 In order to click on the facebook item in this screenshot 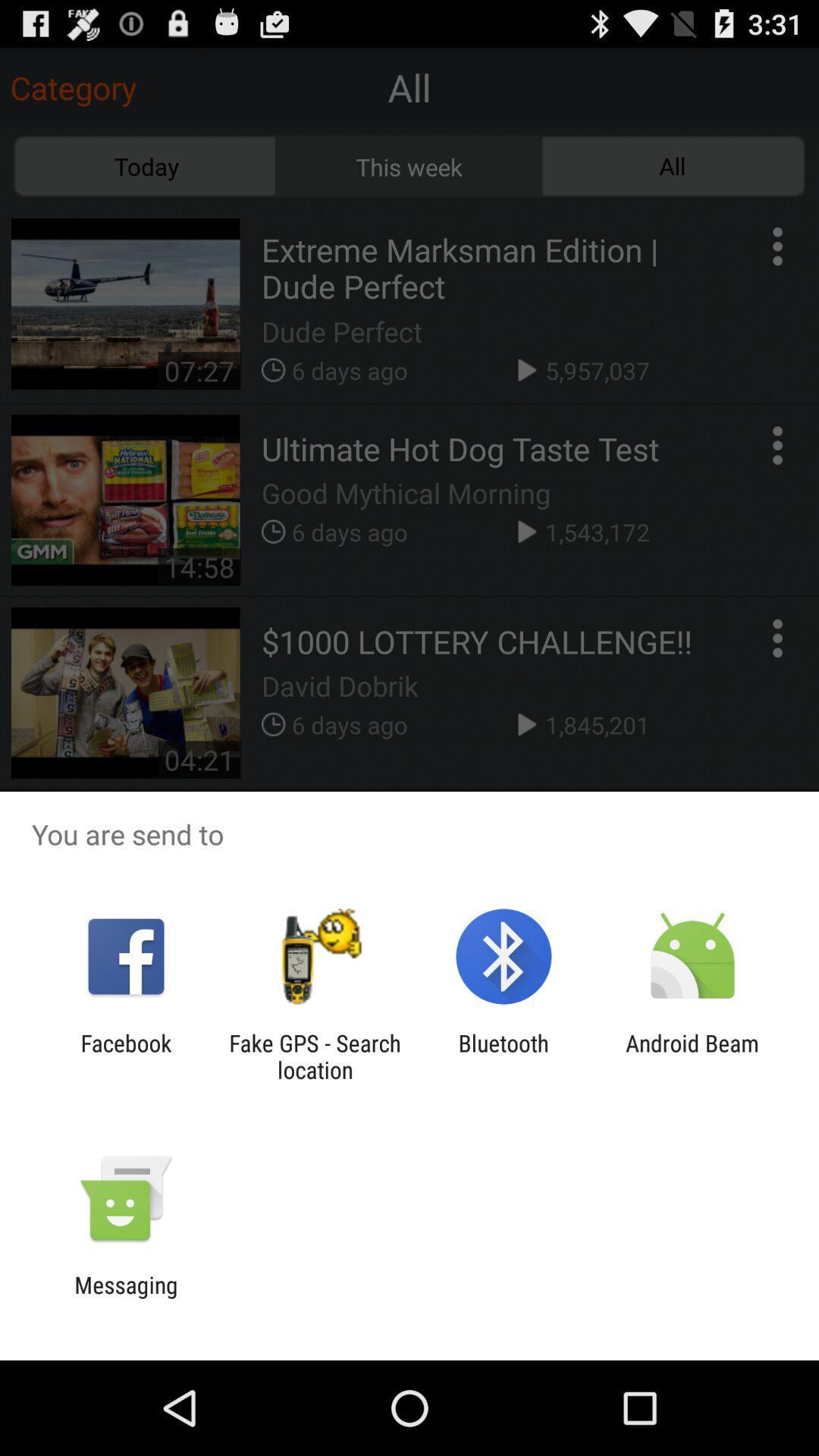, I will do `click(125, 1056)`.